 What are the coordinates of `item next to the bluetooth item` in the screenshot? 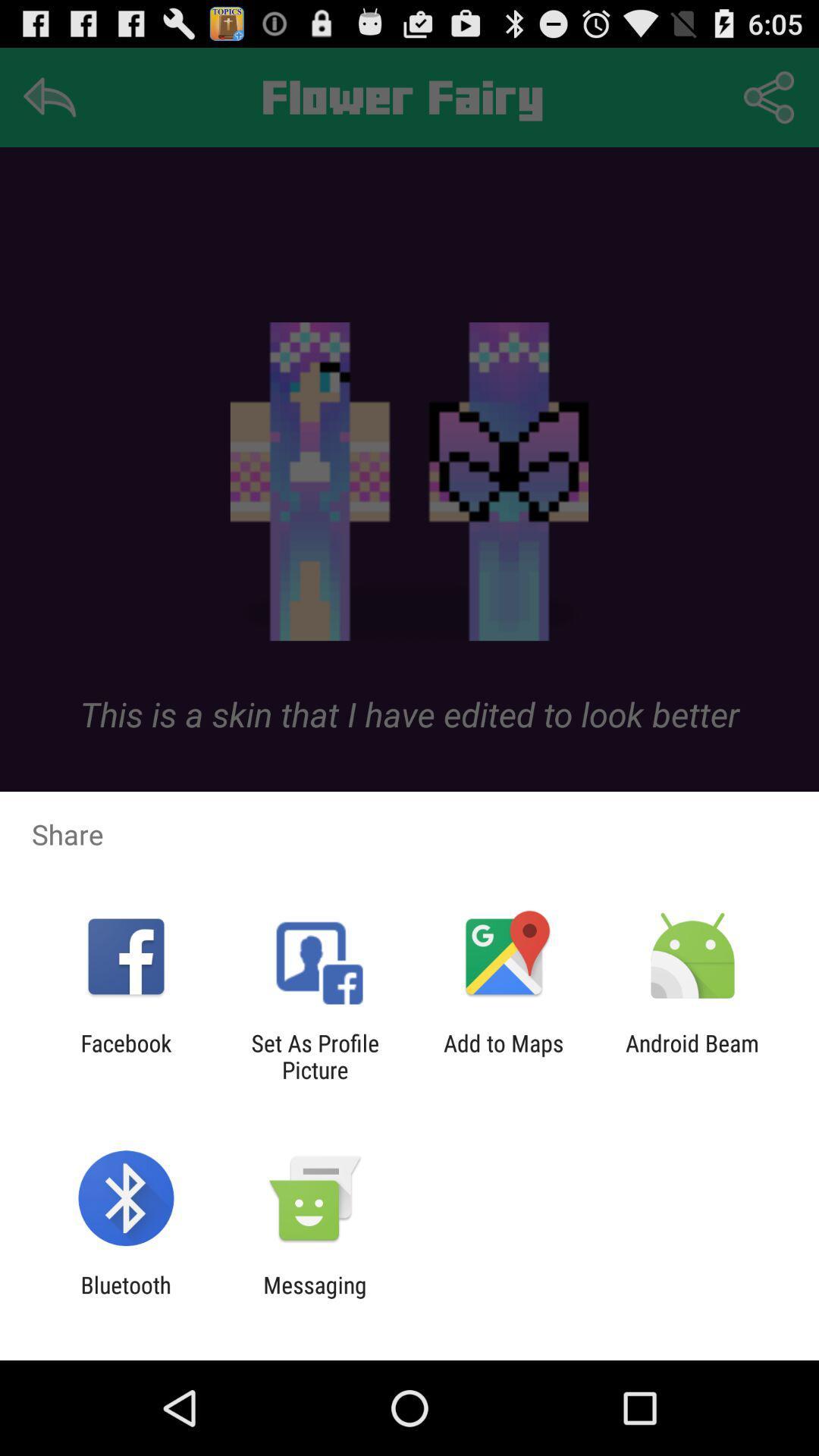 It's located at (314, 1298).